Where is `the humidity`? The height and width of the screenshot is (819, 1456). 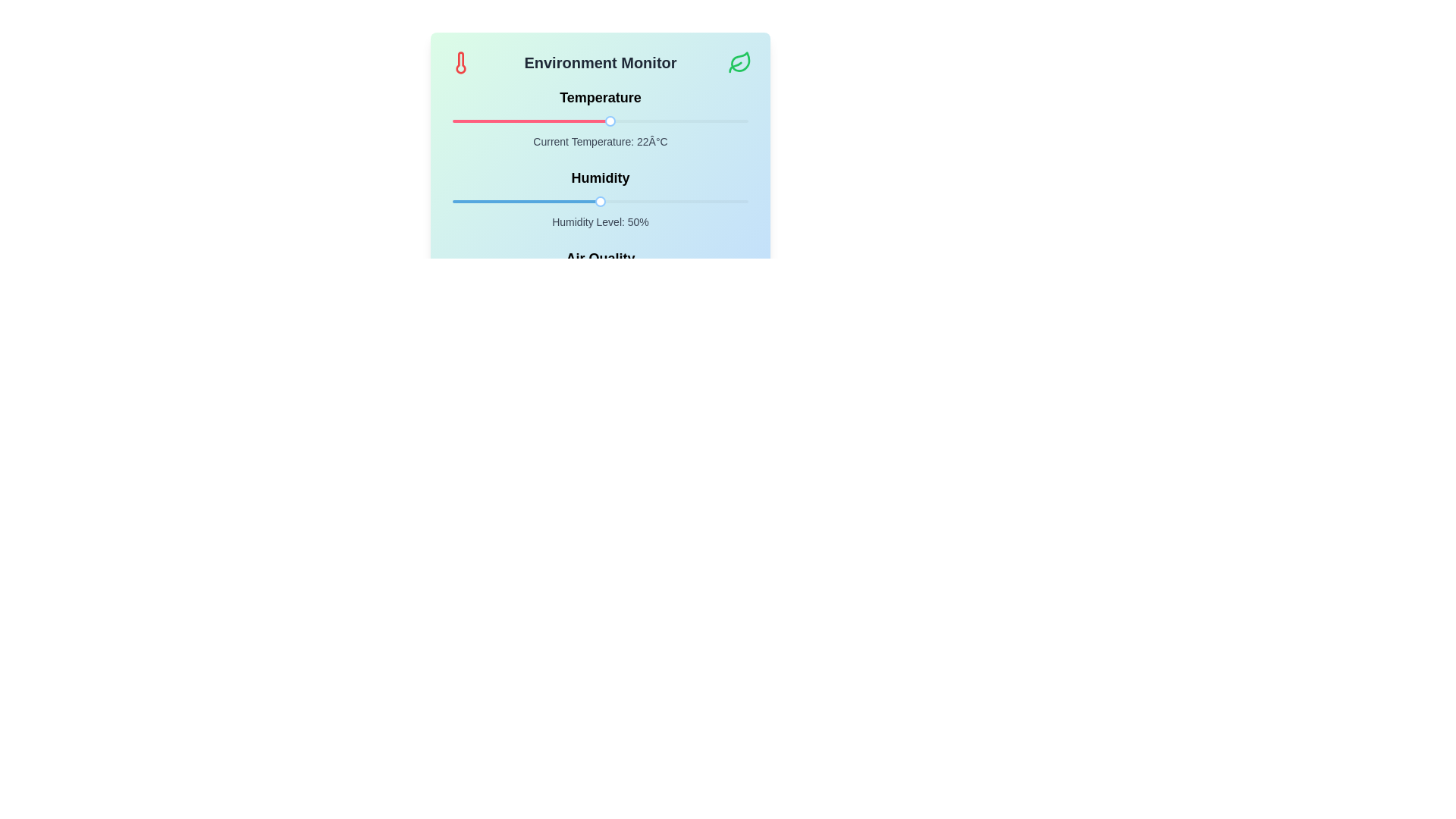 the humidity is located at coordinates (512, 201).